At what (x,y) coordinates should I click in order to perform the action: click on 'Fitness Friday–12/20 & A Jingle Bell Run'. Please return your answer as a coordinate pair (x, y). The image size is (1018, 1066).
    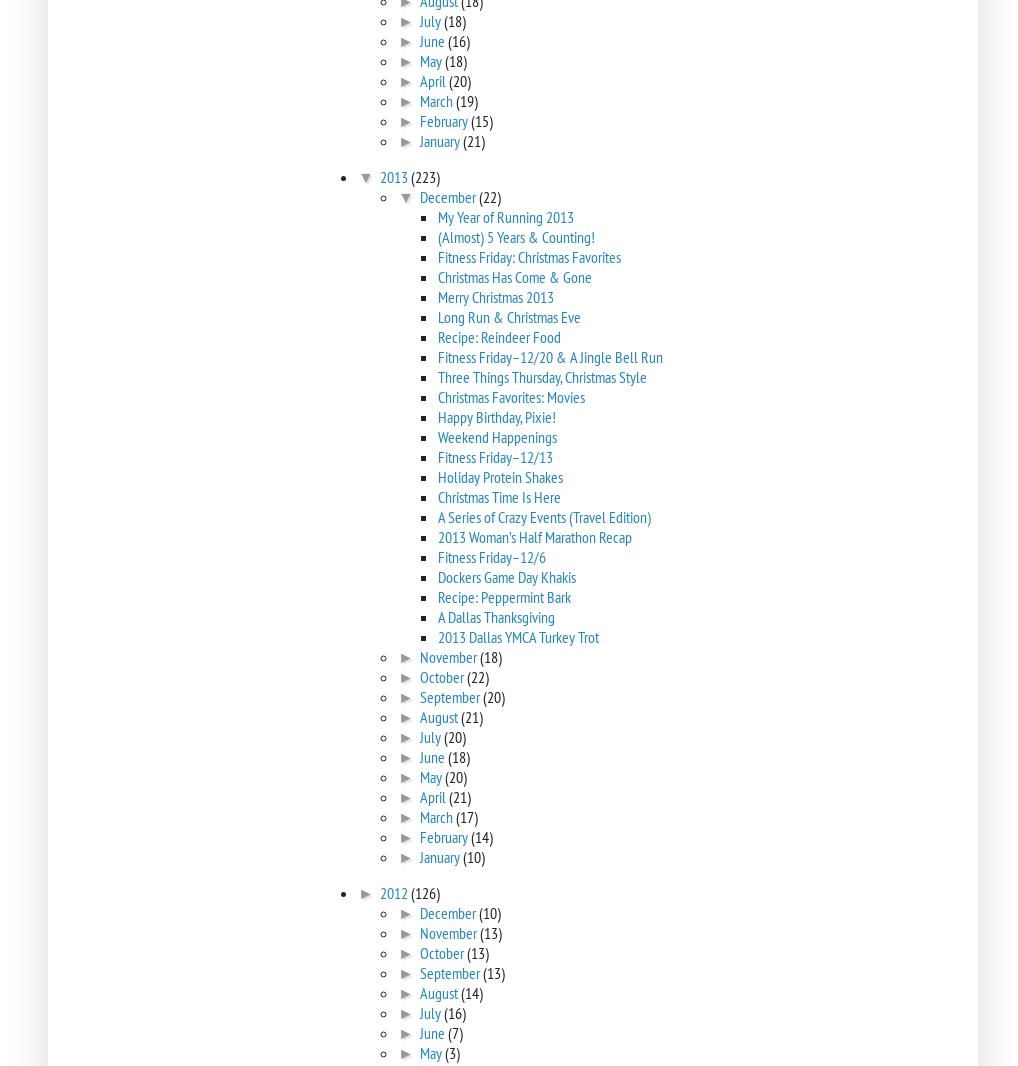
    Looking at the image, I should click on (549, 357).